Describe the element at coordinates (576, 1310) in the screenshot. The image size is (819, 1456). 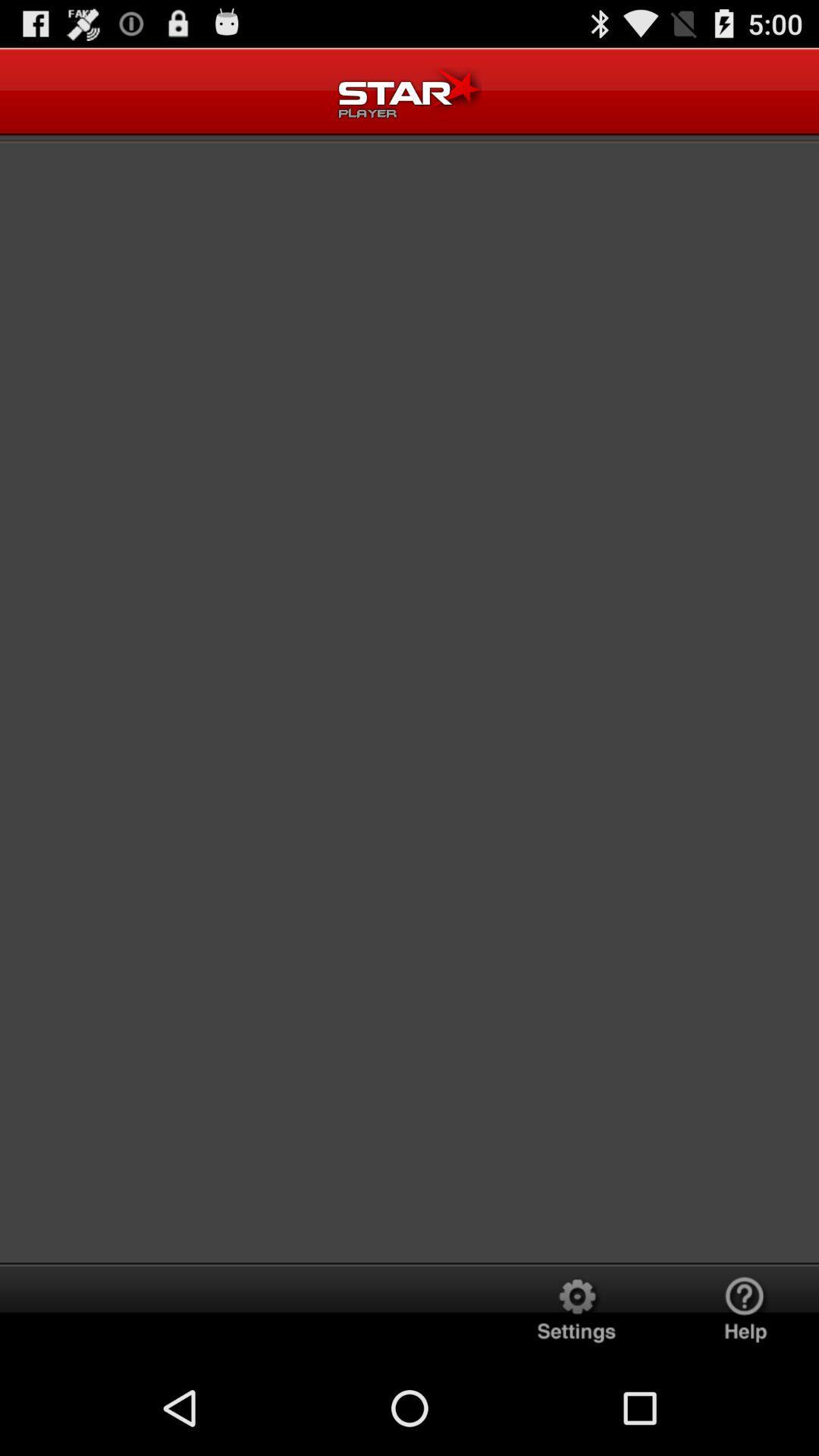
I see `settings` at that location.